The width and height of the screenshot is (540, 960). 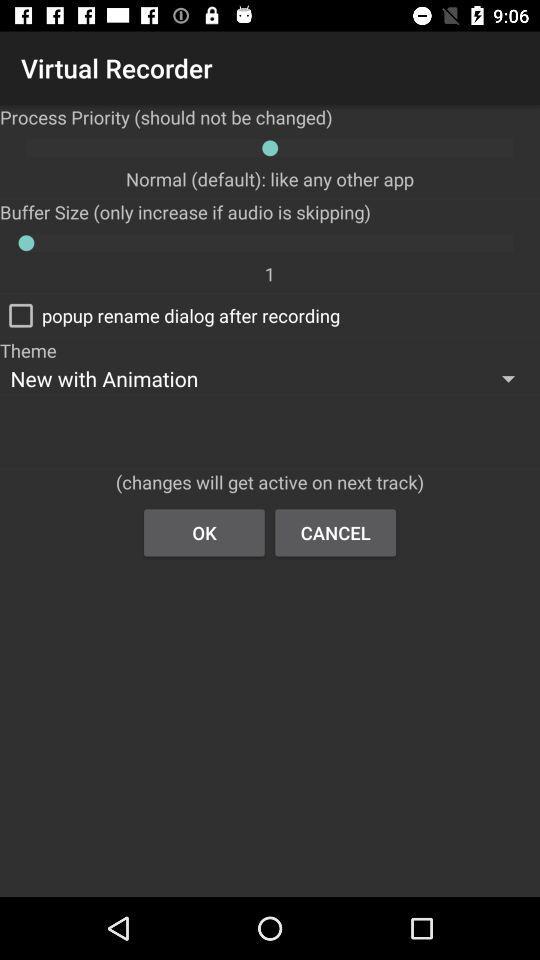 I want to click on icon to the left of the cancel, so click(x=203, y=531).